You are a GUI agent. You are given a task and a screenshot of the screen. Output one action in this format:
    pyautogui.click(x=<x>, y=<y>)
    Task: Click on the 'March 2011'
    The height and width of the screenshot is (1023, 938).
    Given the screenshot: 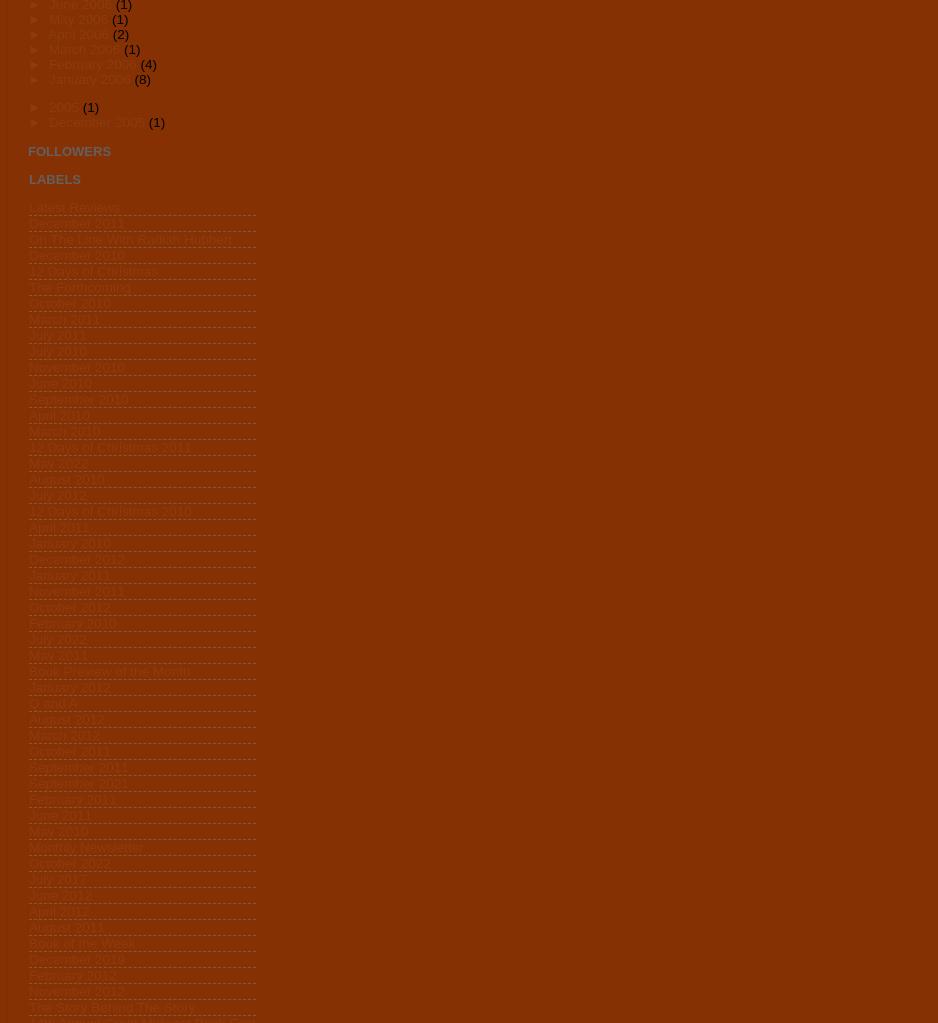 What is the action you would take?
    pyautogui.click(x=28, y=319)
    